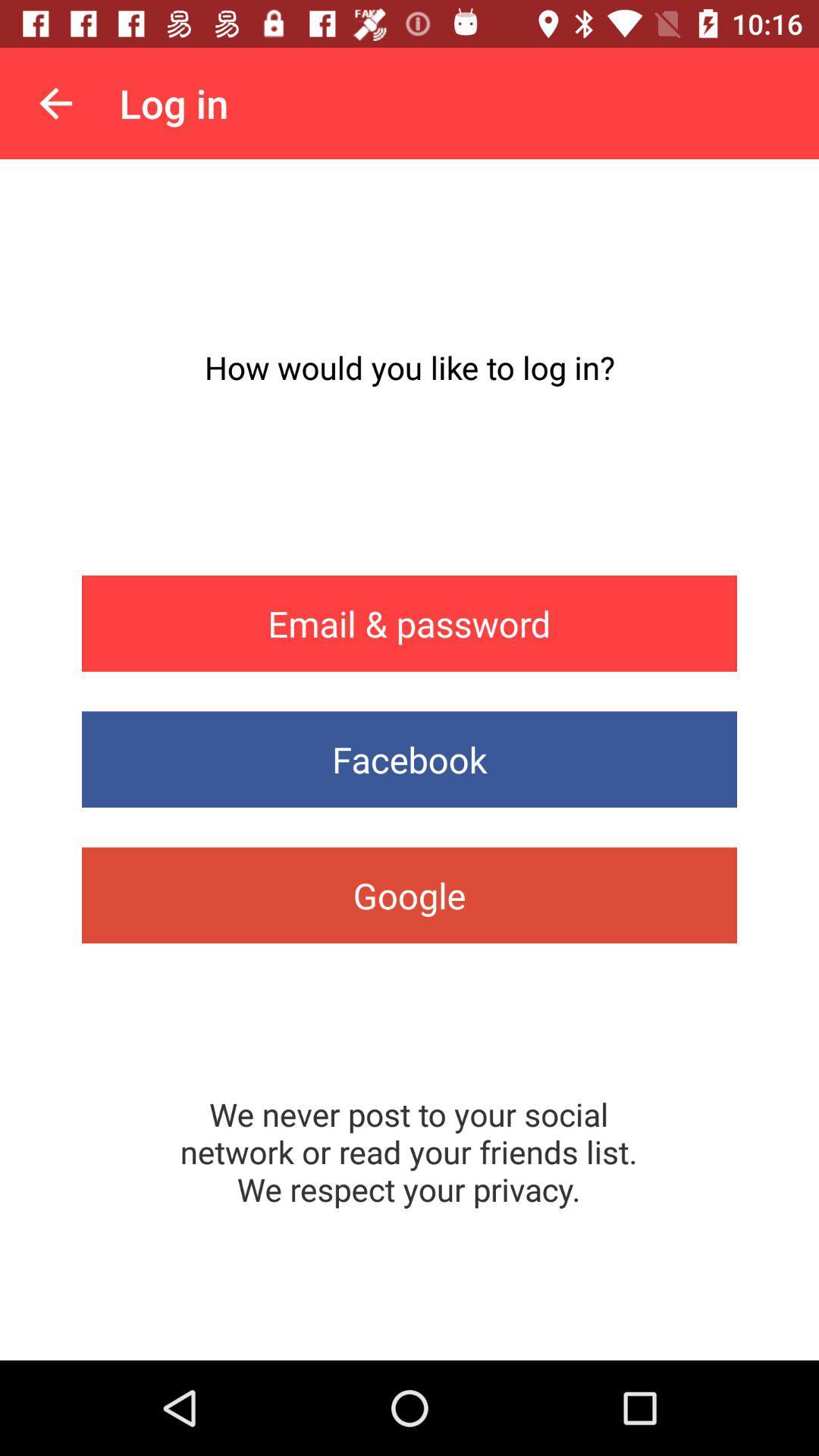 The image size is (819, 1456). Describe the element at coordinates (409, 759) in the screenshot. I see `app below the email & password item` at that location.